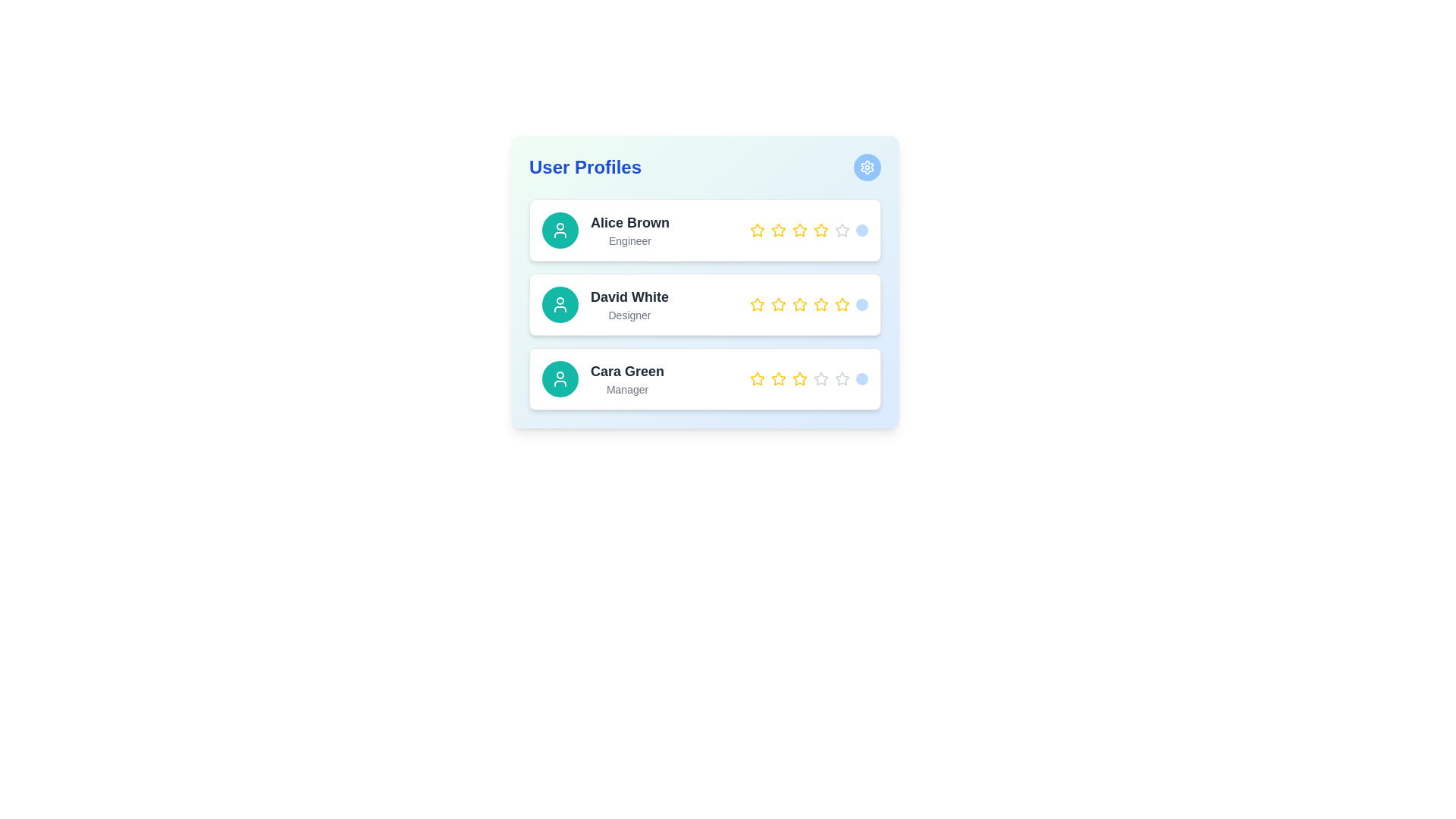 This screenshot has width=1456, height=819. What do you see at coordinates (704, 304) in the screenshot?
I see `the user profile card for 'David White'` at bounding box center [704, 304].